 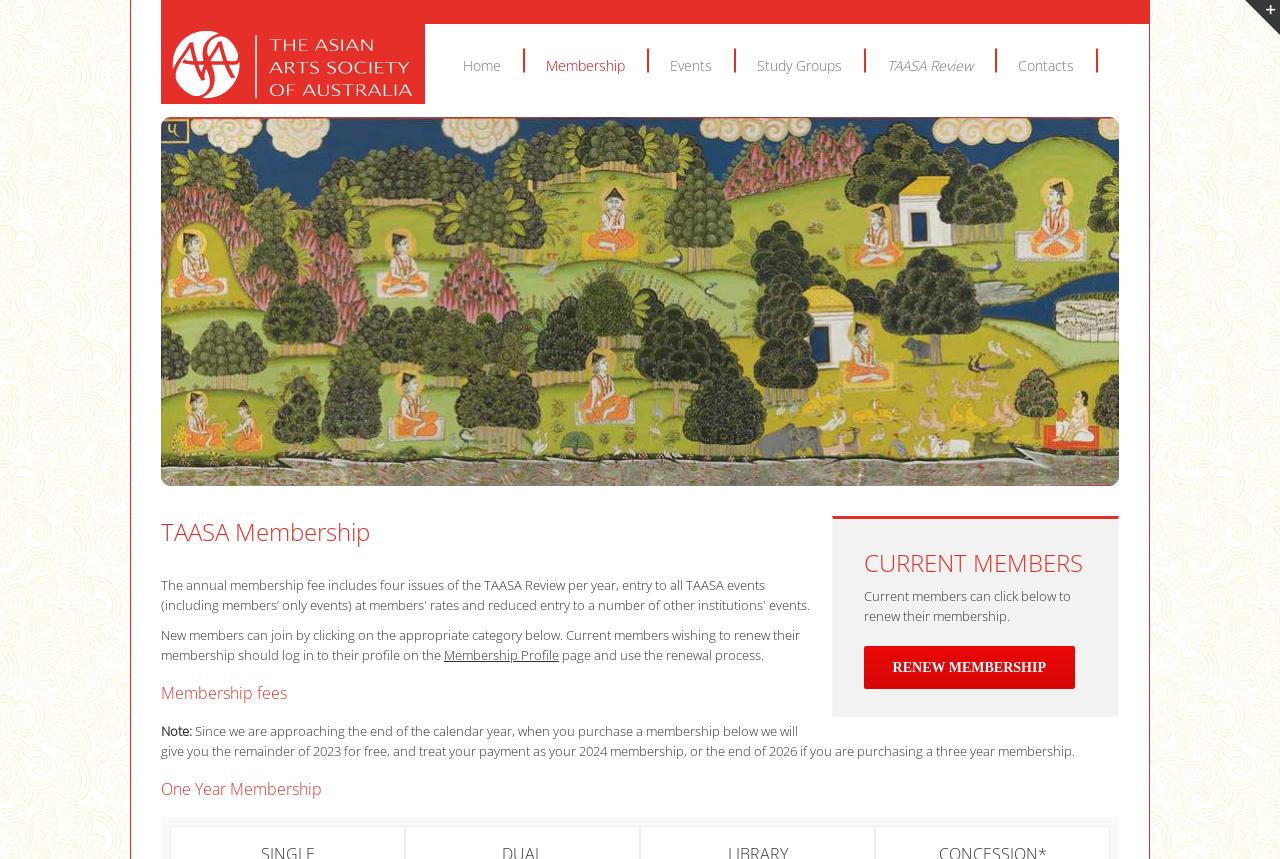 I want to click on 'Note:', so click(x=161, y=728).